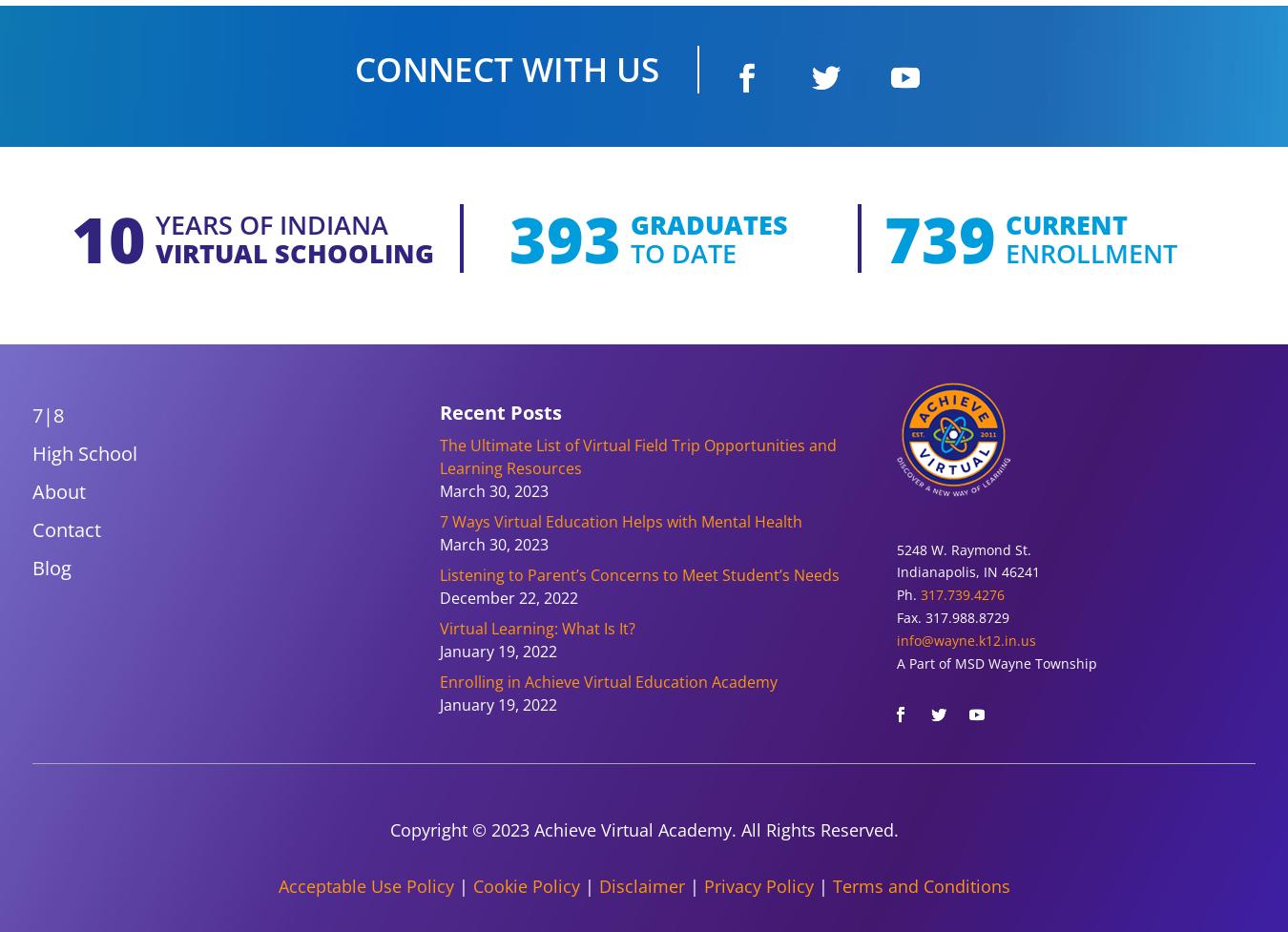 This screenshot has height=932, width=1288. Describe the element at coordinates (643, 828) in the screenshot. I see `'Copyright © 2023 Achieve Virtual Academy. All Rights Reserved.'` at that location.